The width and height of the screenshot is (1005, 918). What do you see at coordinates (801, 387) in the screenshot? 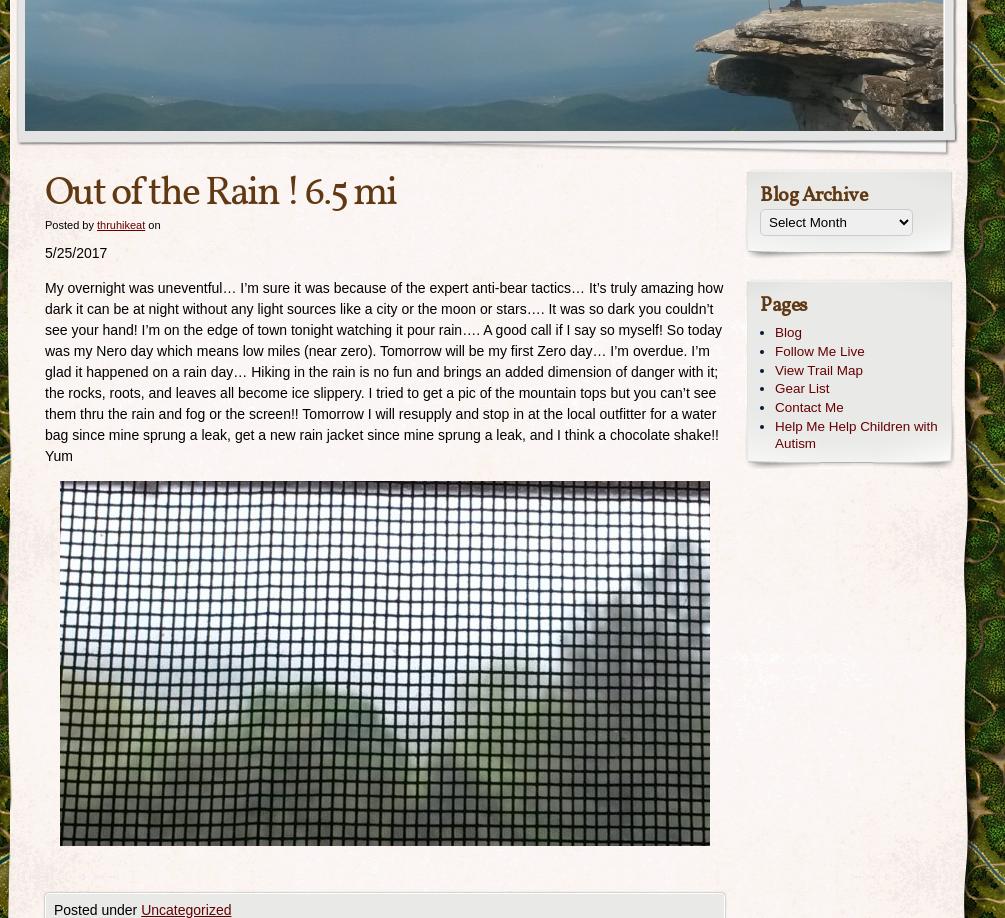
I see `'Gear List'` at bounding box center [801, 387].